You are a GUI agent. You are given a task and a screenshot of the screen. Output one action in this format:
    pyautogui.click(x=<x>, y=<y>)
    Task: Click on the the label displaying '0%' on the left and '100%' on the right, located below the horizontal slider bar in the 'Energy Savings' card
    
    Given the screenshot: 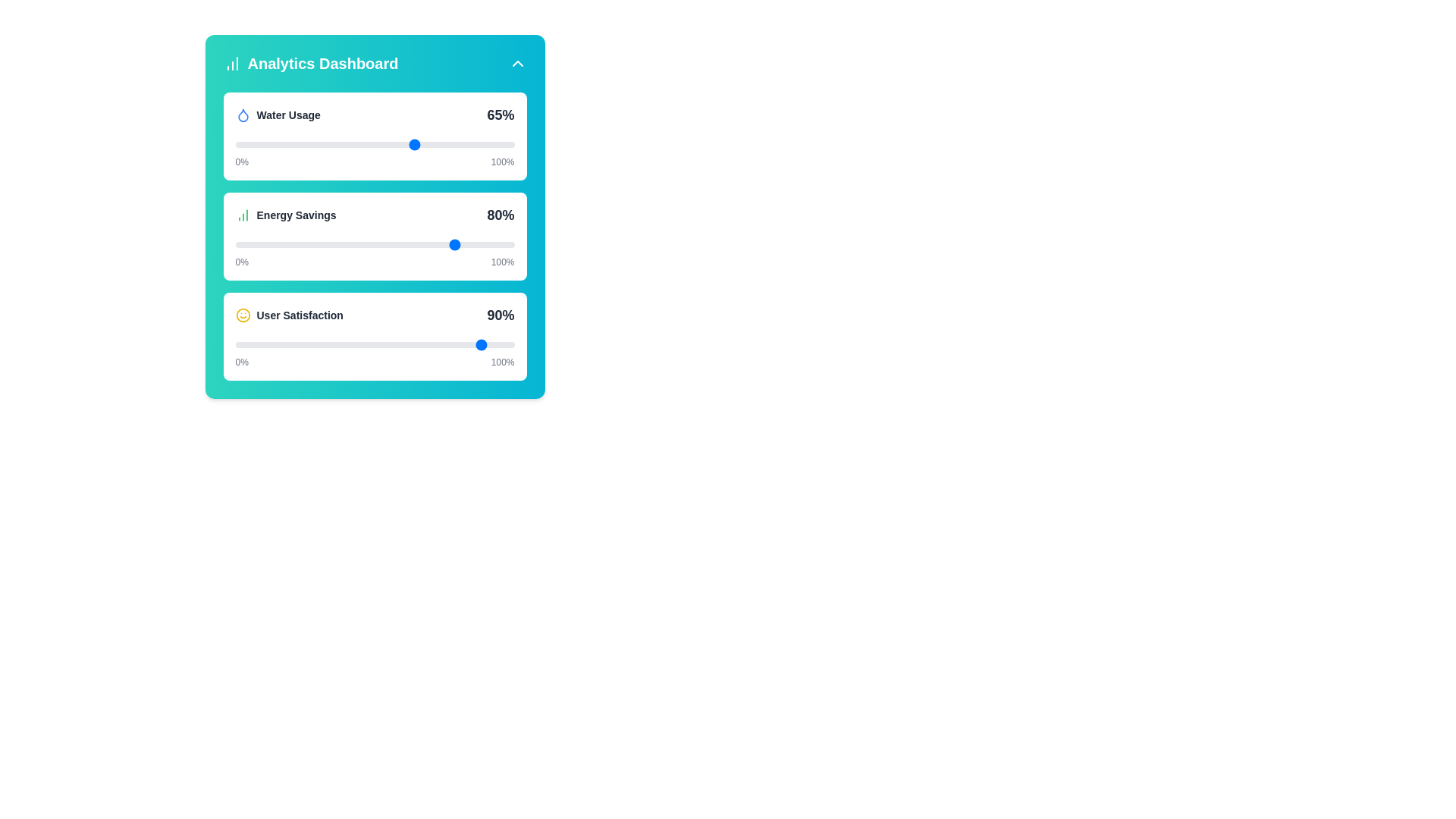 What is the action you would take?
    pyautogui.click(x=375, y=262)
    